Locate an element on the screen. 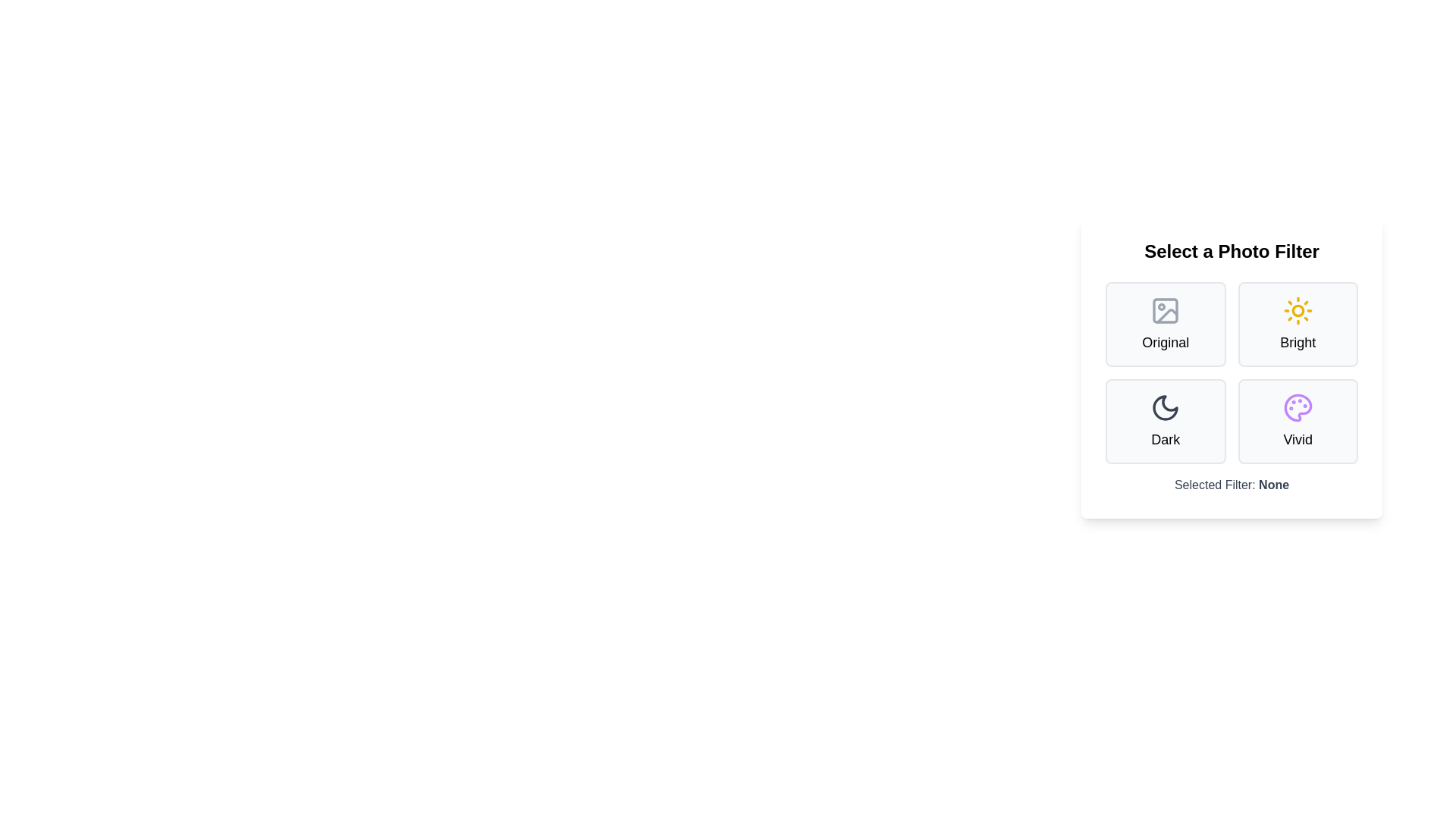  the filter Dark by clicking on its button is located at coordinates (1165, 421).